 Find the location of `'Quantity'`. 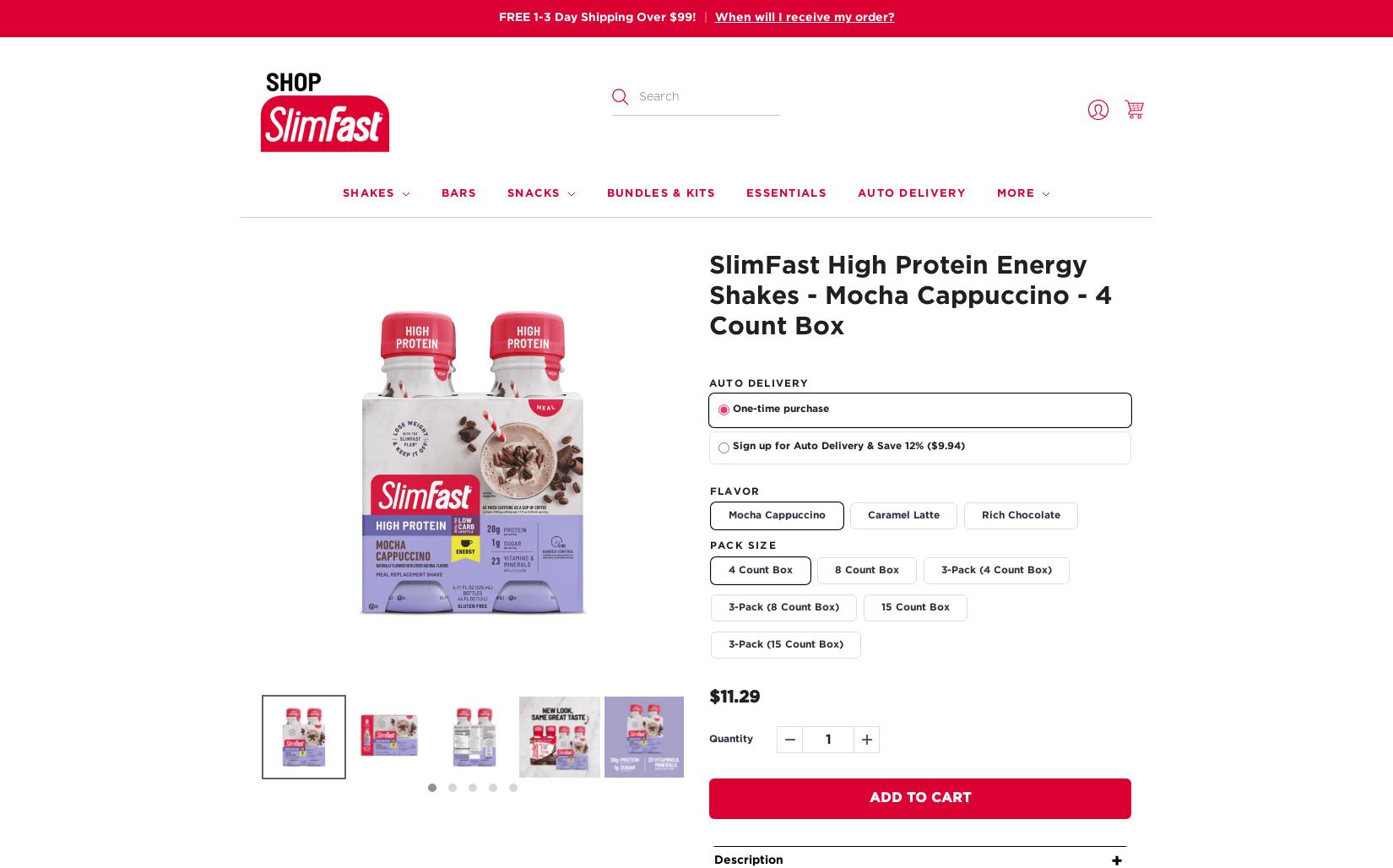

'Quantity' is located at coordinates (730, 737).